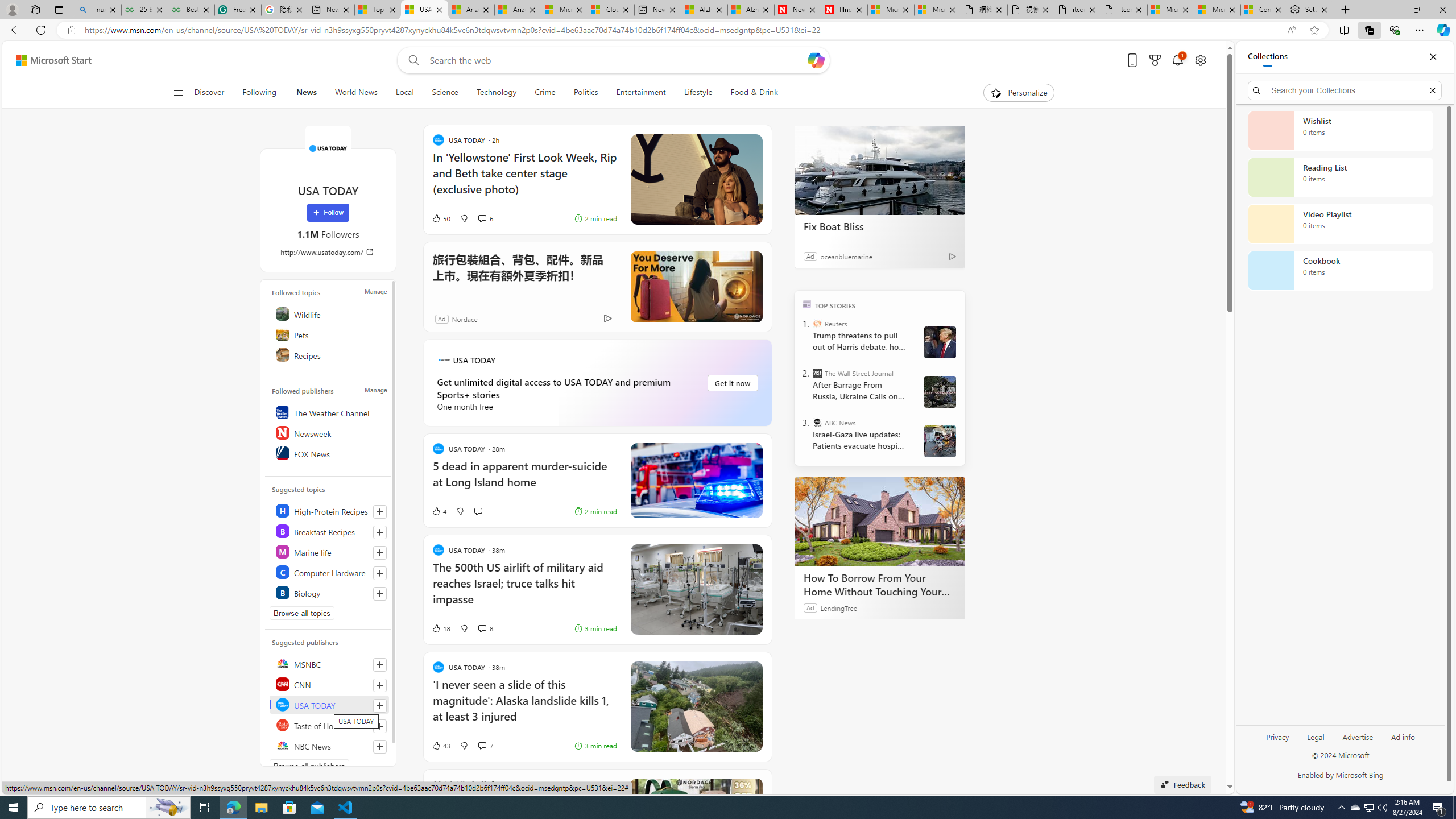 This screenshot has width=1456, height=819. What do you see at coordinates (440, 217) in the screenshot?
I see `'50 Like'` at bounding box center [440, 217].